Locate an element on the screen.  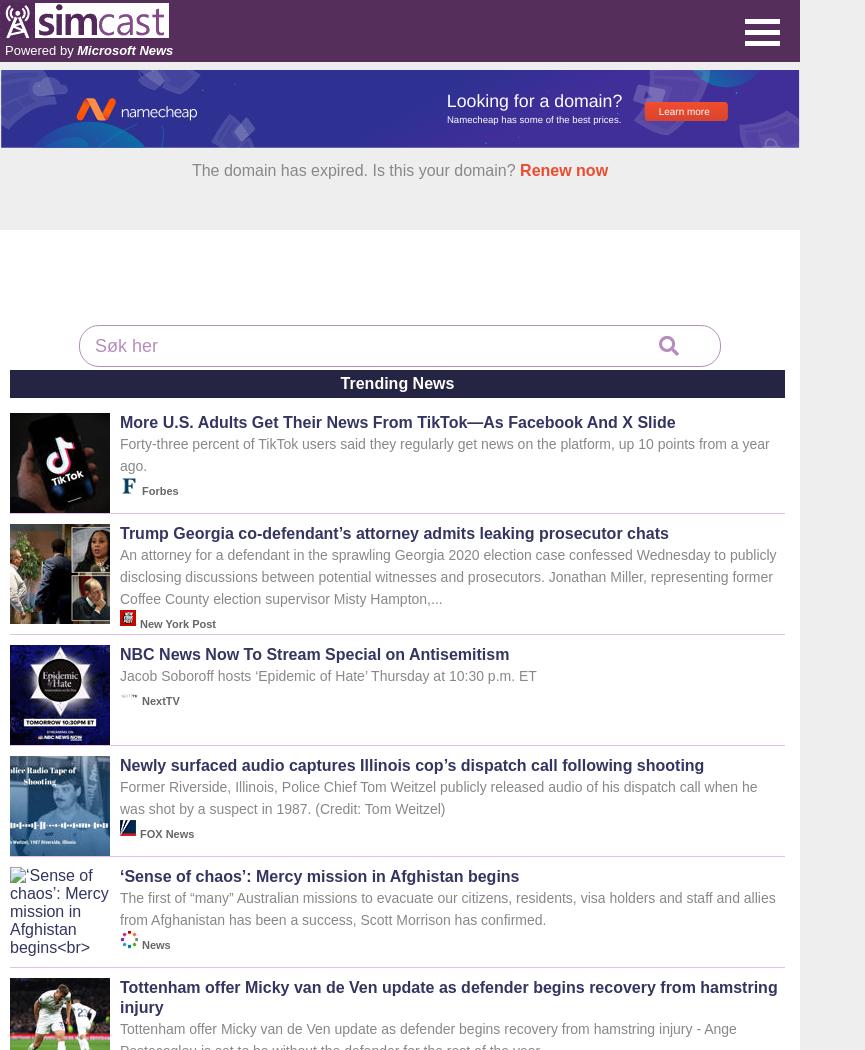
'Trending News' is located at coordinates (397, 383).